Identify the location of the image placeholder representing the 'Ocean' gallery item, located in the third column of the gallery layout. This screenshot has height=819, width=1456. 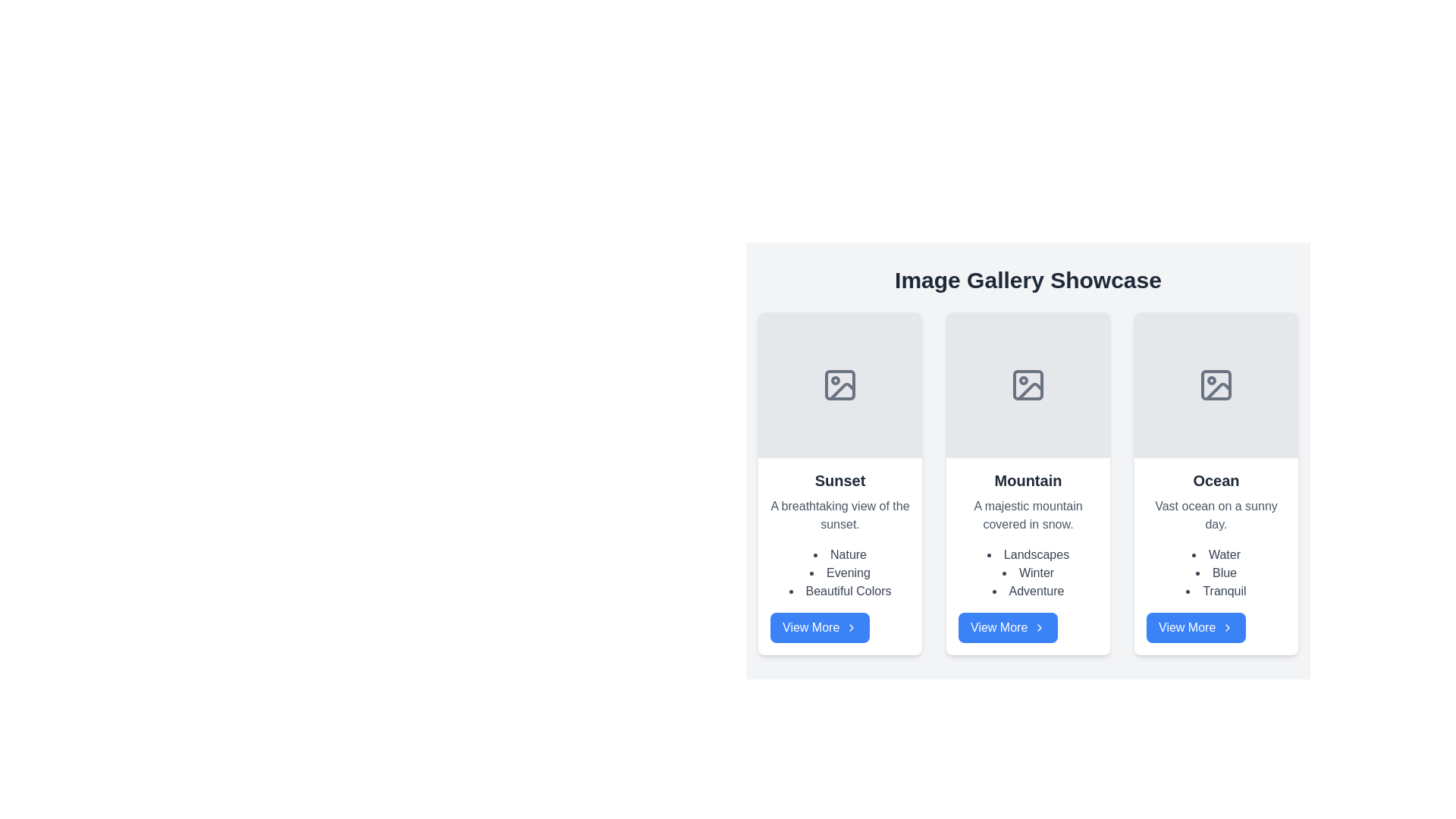
(1216, 384).